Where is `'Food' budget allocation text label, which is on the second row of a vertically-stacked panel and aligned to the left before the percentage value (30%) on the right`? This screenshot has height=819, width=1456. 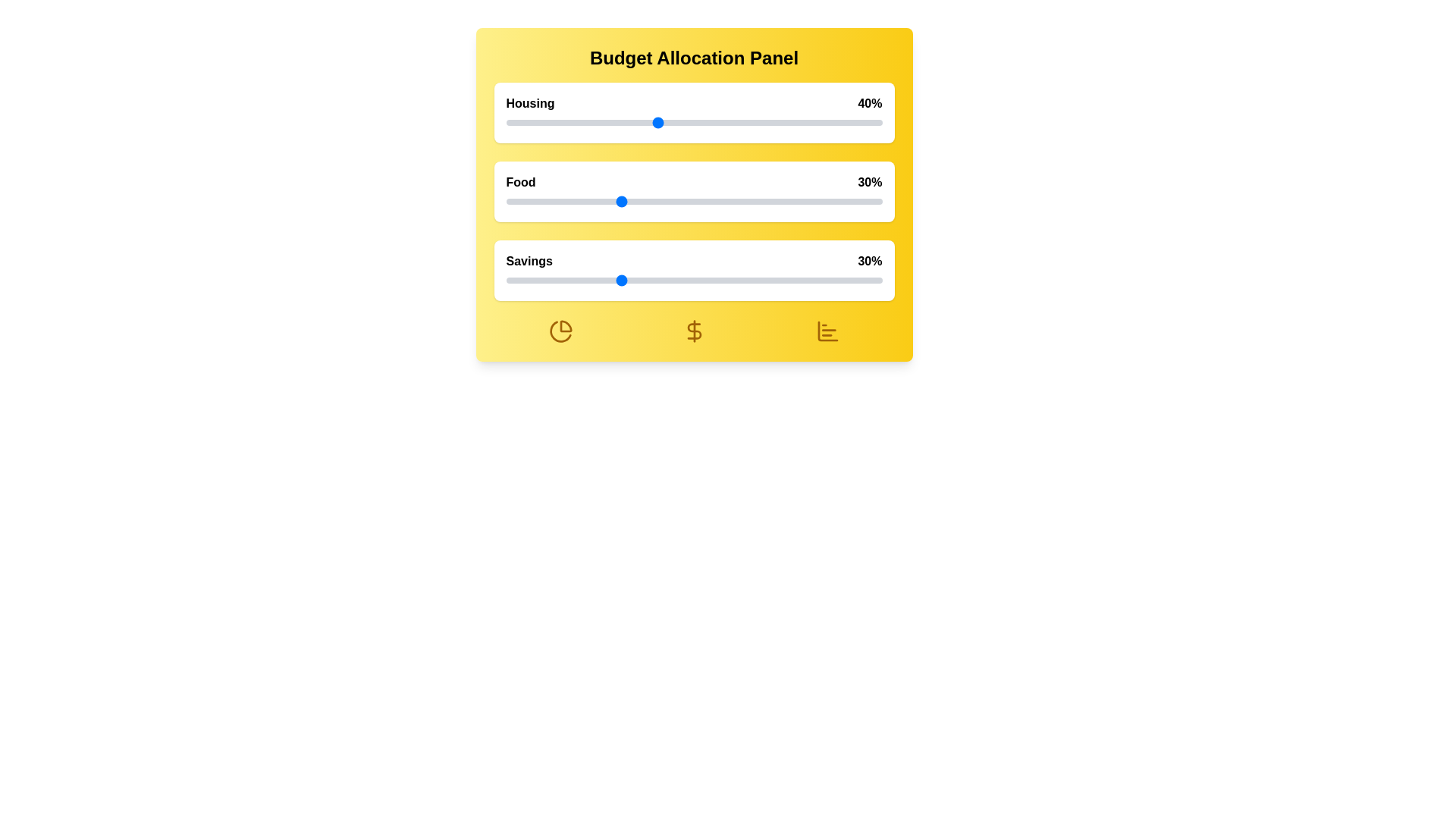
'Food' budget allocation text label, which is on the second row of a vertically-stacked panel and aligned to the left before the percentage value (30%) on the right is located at coordinates (520, 181).